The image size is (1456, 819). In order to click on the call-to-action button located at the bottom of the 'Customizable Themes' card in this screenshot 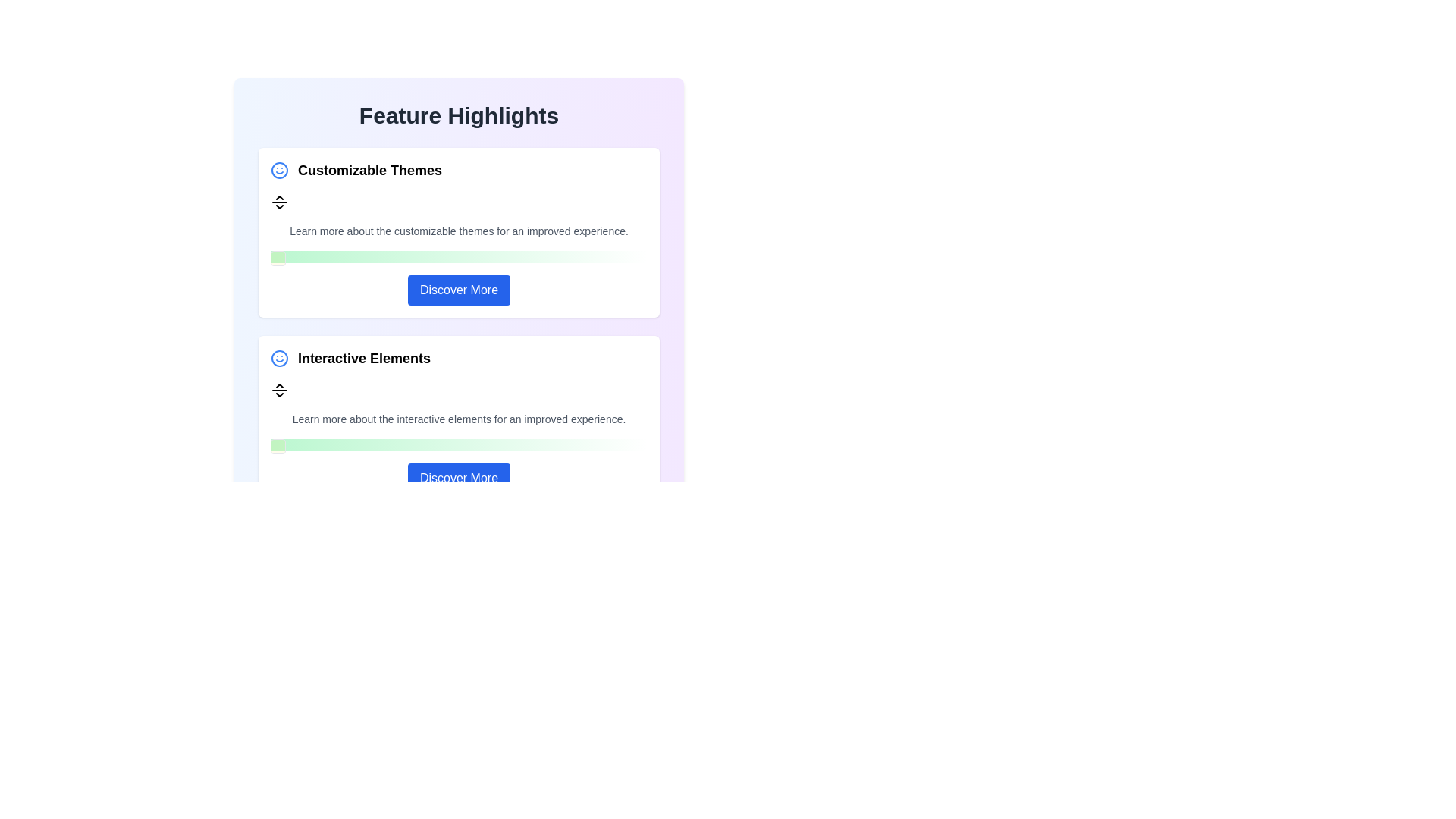, I will do `click(457, 290)`.